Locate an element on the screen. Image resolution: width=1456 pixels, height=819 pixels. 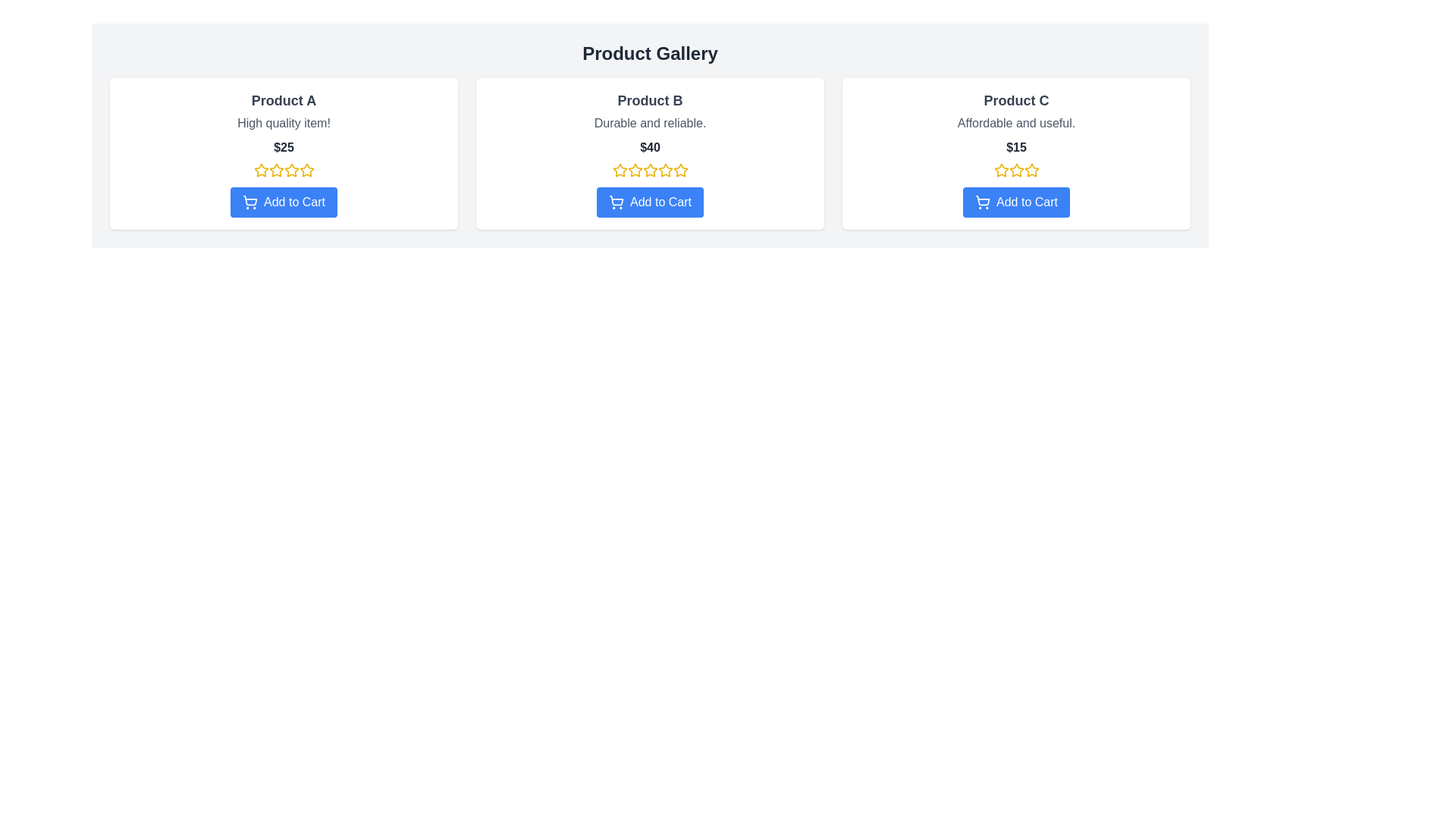
the fourth yellow star icon in the rating section for Product A is located at coordinates (291, 170).